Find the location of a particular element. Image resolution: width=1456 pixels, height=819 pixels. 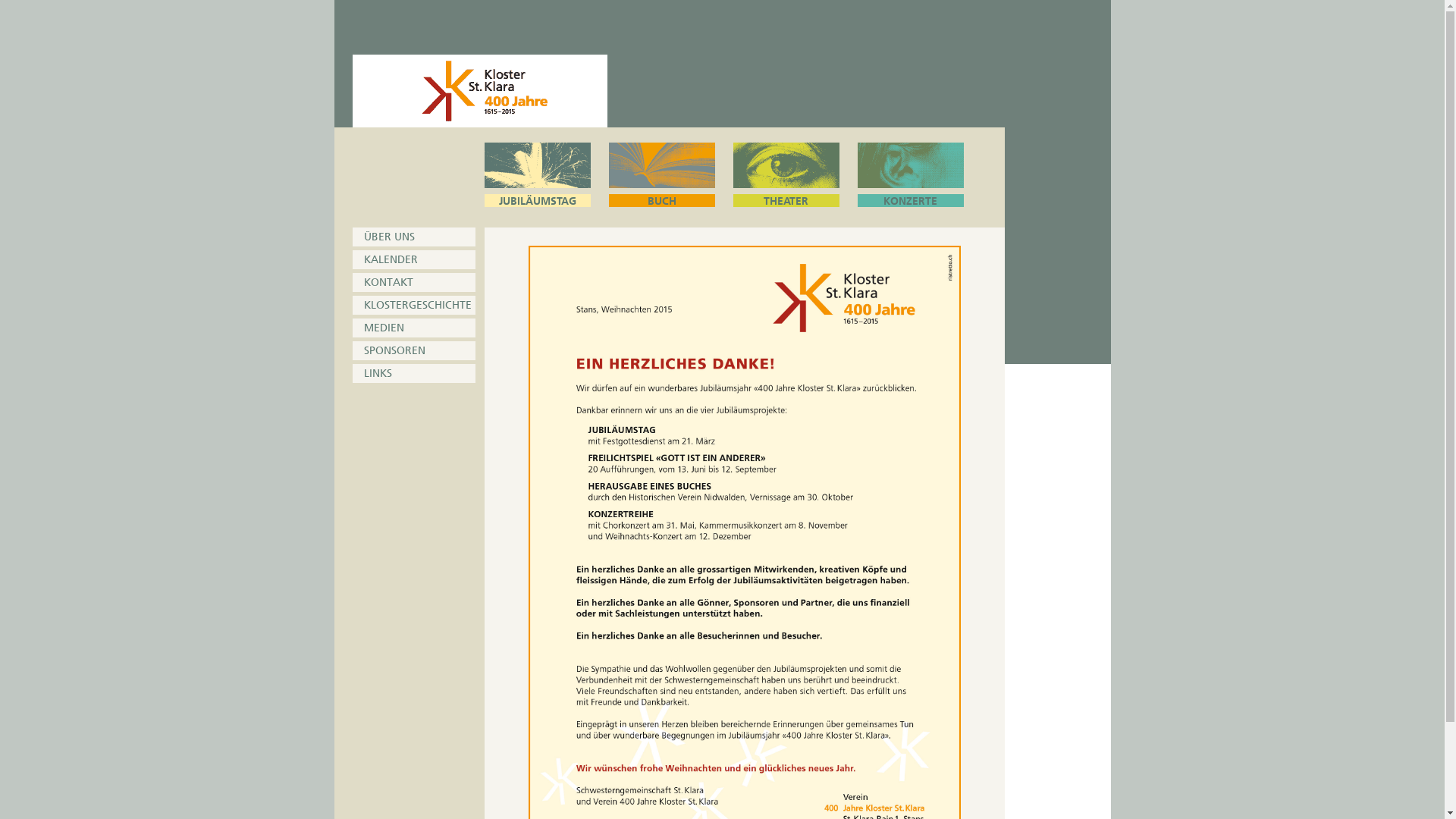

'BUCH' is located at coordinates (661, 174).